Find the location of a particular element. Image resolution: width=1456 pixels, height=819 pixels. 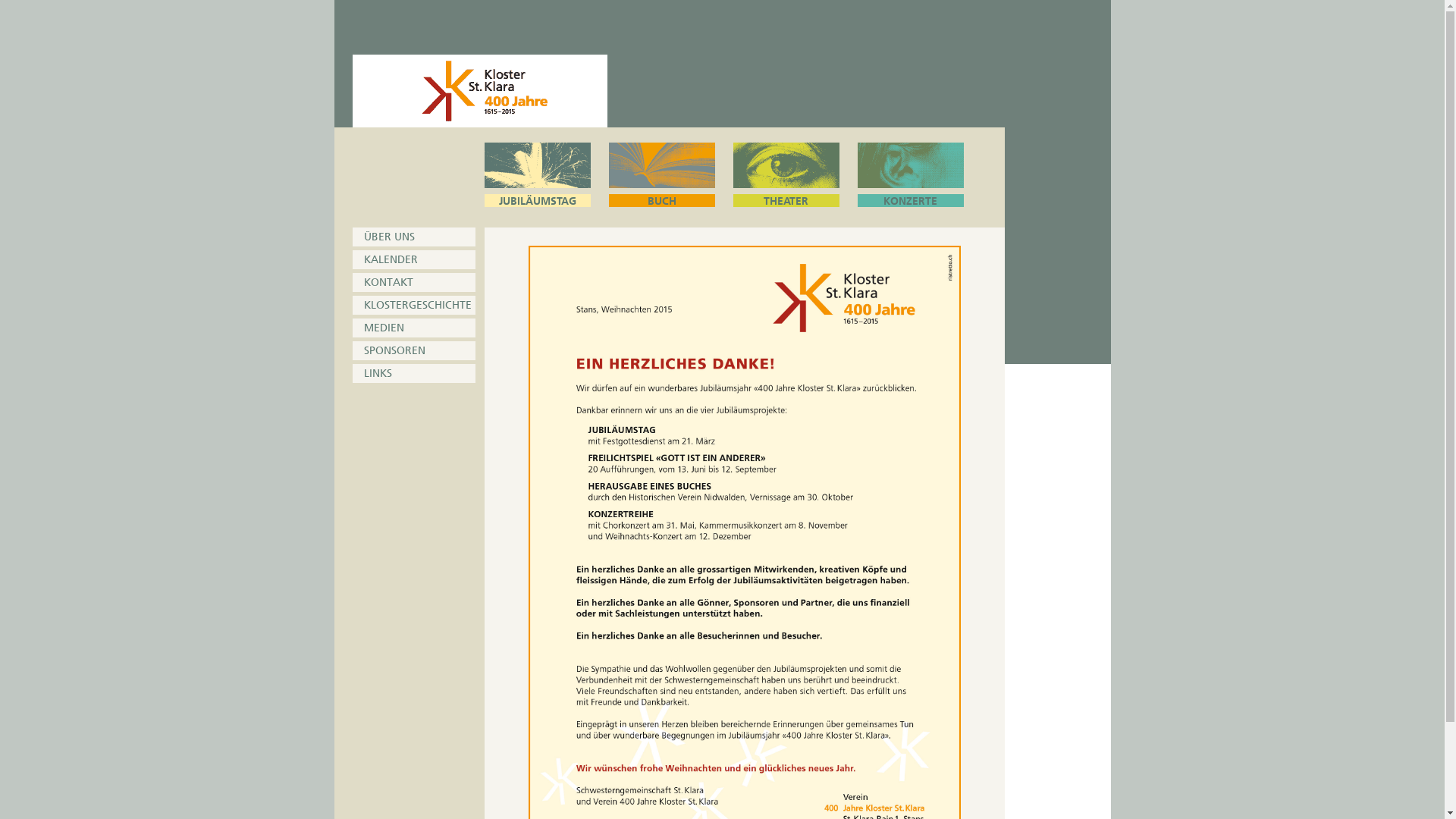

'BUCH' is located at coordinates (661, 174).